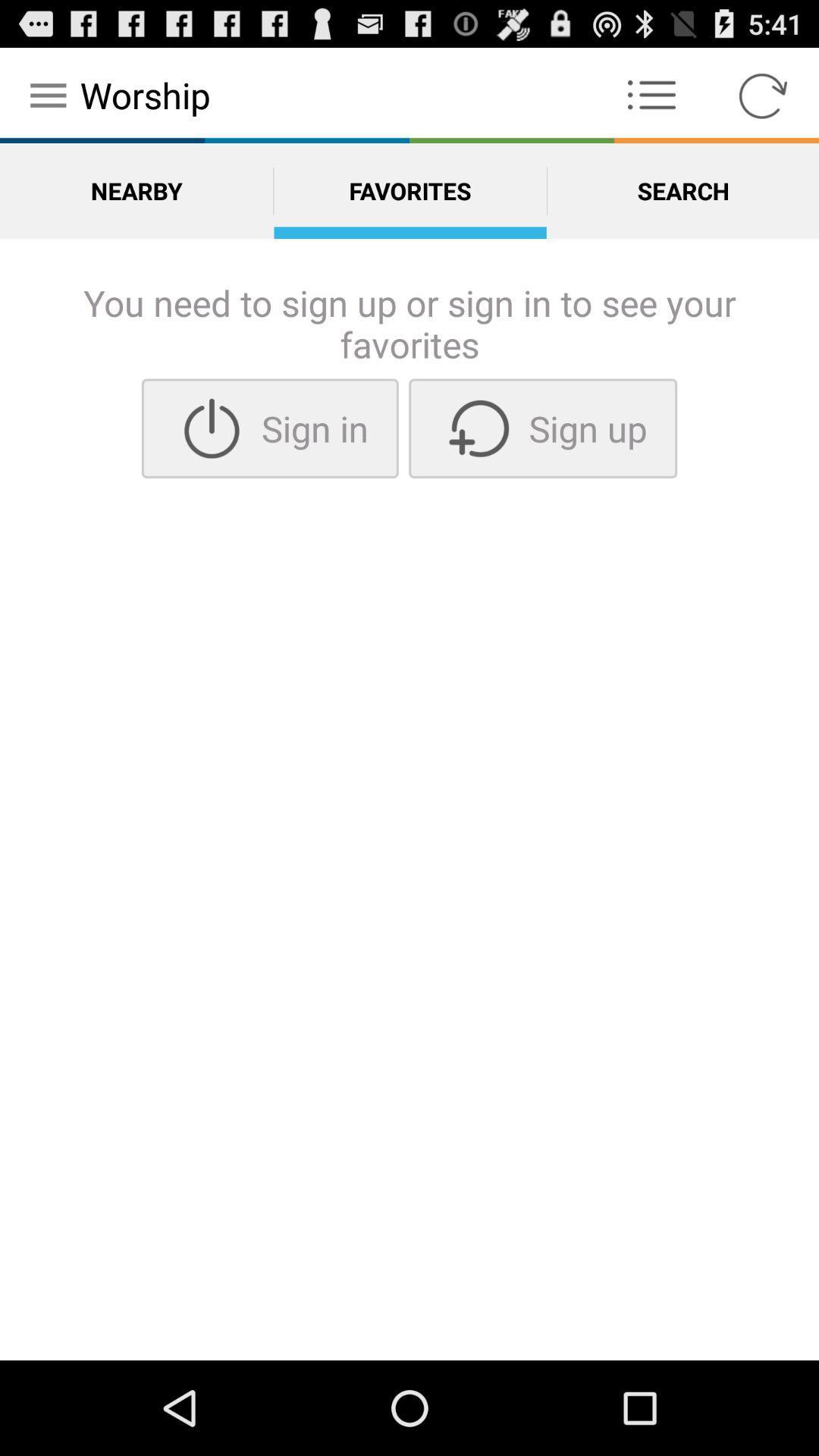 Image resolution: width=819 pixels, height=1456 pixels. Describe the element at coordinates (651, 94) in the screenshot. I see `theree doted icon which is right side to text worship` at that location.